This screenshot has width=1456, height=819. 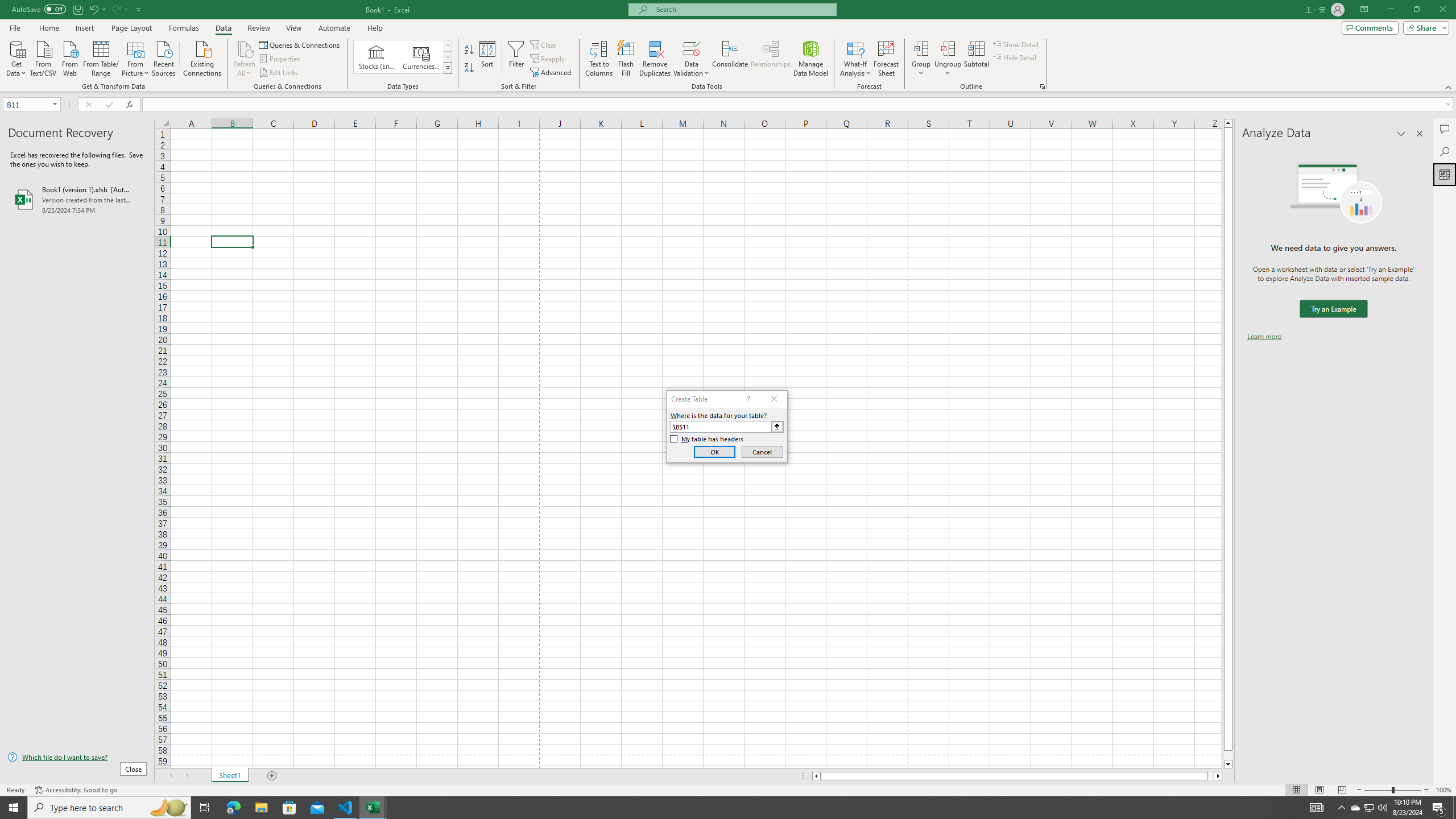 What do you see at coordinates (1419, 133) in the screenshot?
I see `'Close pane'` at bounding box center [1419, 133].